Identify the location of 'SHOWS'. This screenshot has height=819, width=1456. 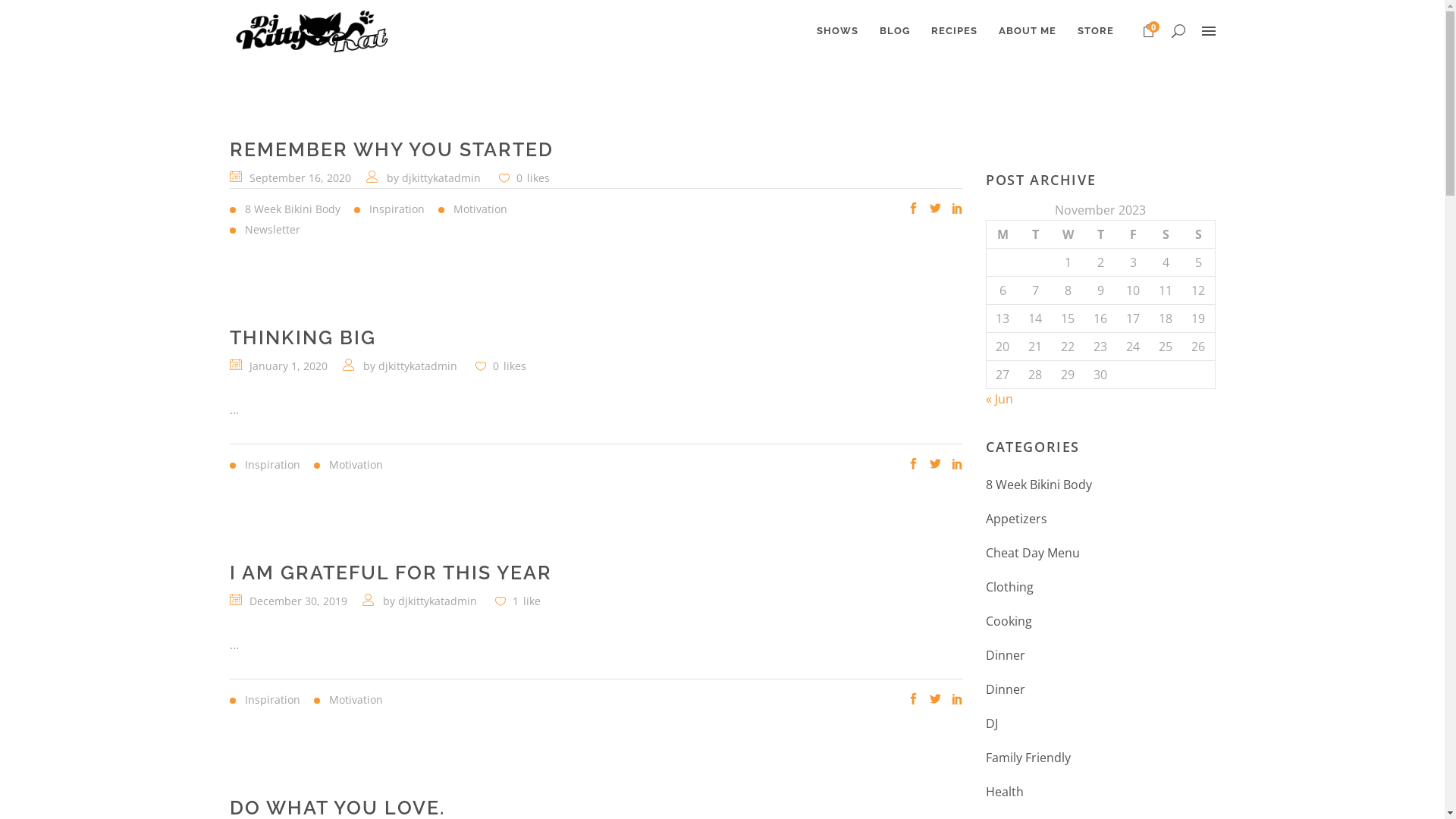
(804, 31).